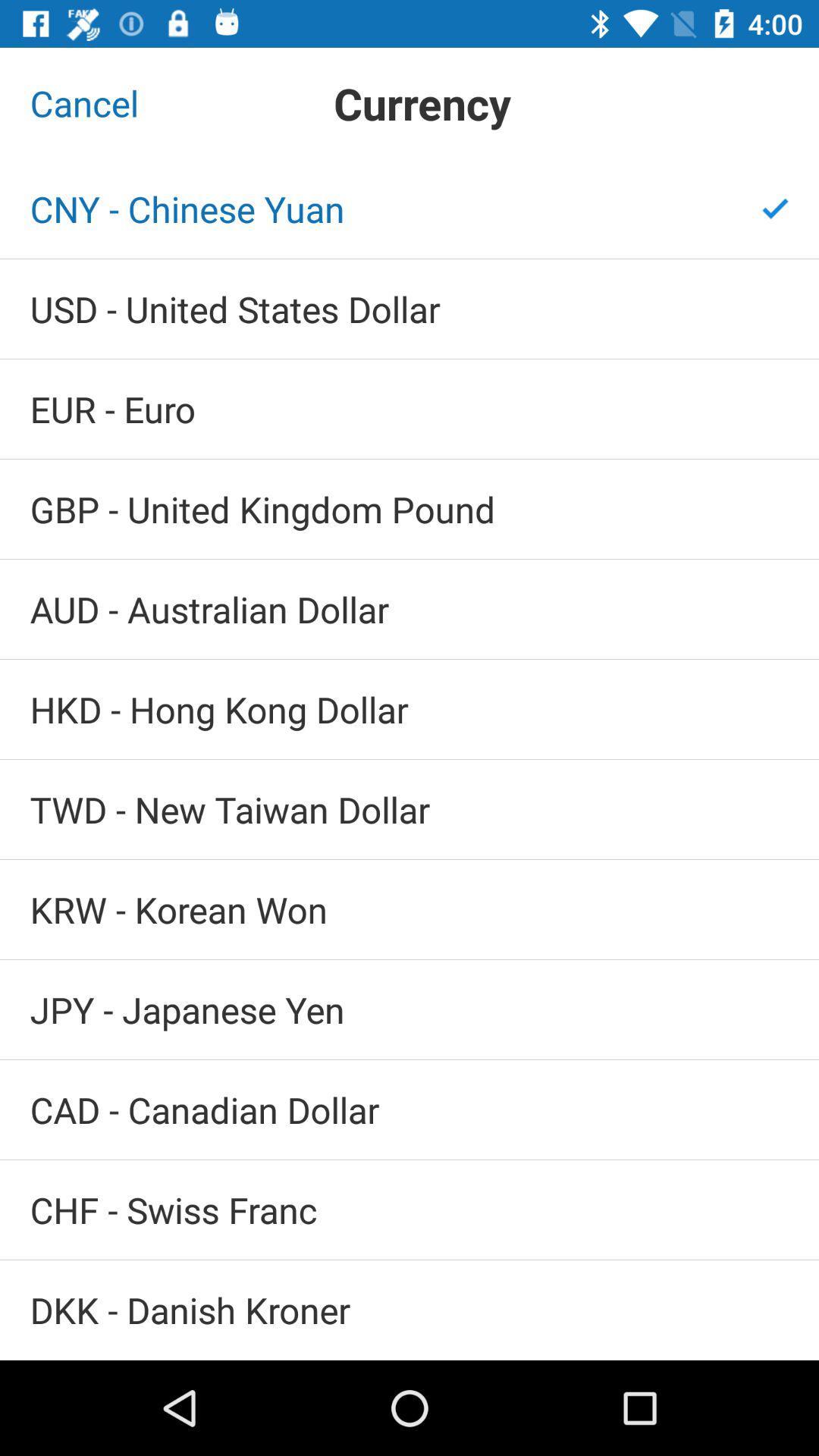  I want to click on icon below the cancel item, so click(409, 208).